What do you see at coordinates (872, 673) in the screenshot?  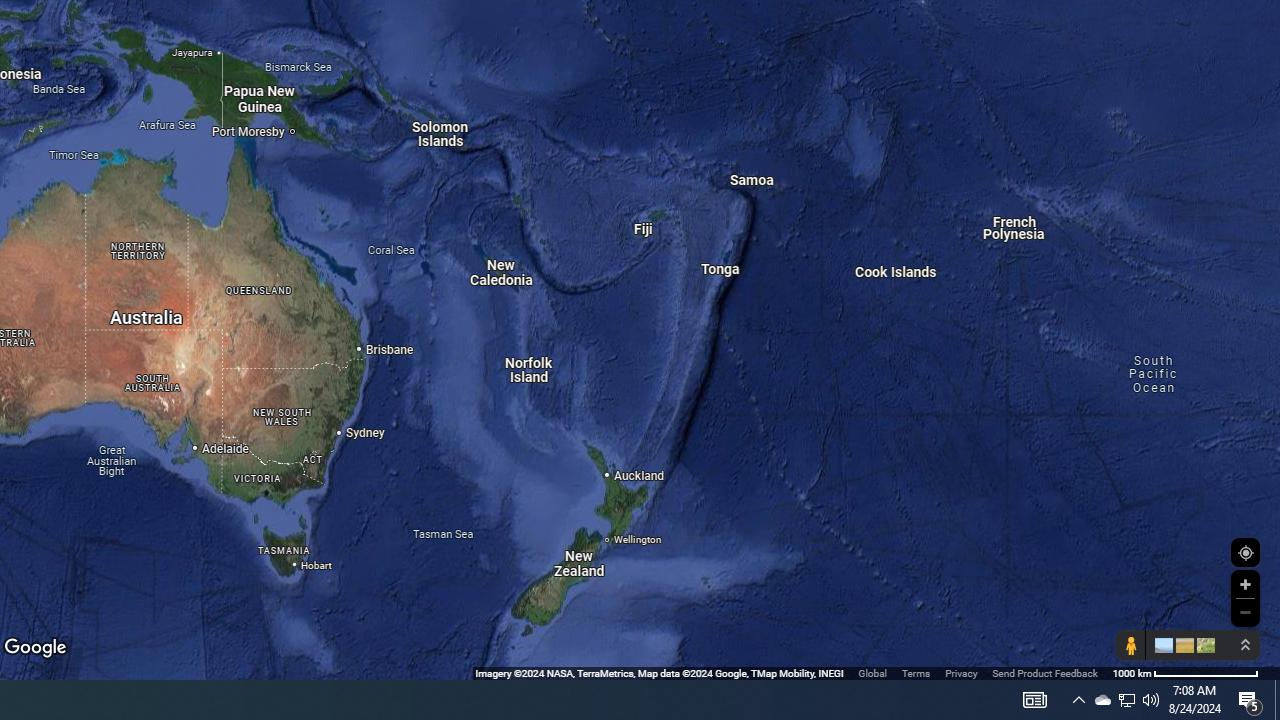 I see `'Global'` at bounding box center [872, 673].